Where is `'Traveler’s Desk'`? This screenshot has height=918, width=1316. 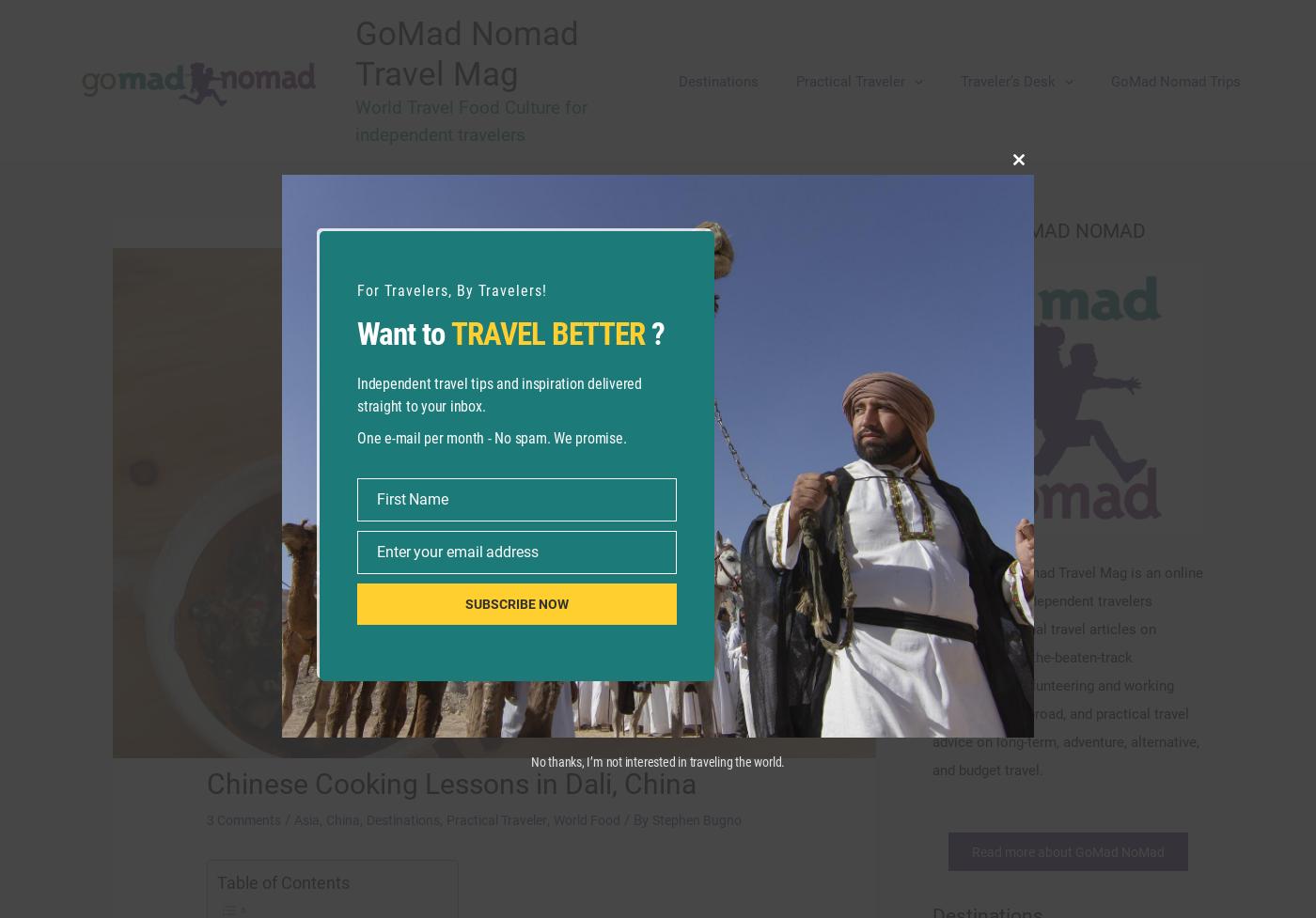
'Traveler’s Desk' is located at coordinates (1022, 80).